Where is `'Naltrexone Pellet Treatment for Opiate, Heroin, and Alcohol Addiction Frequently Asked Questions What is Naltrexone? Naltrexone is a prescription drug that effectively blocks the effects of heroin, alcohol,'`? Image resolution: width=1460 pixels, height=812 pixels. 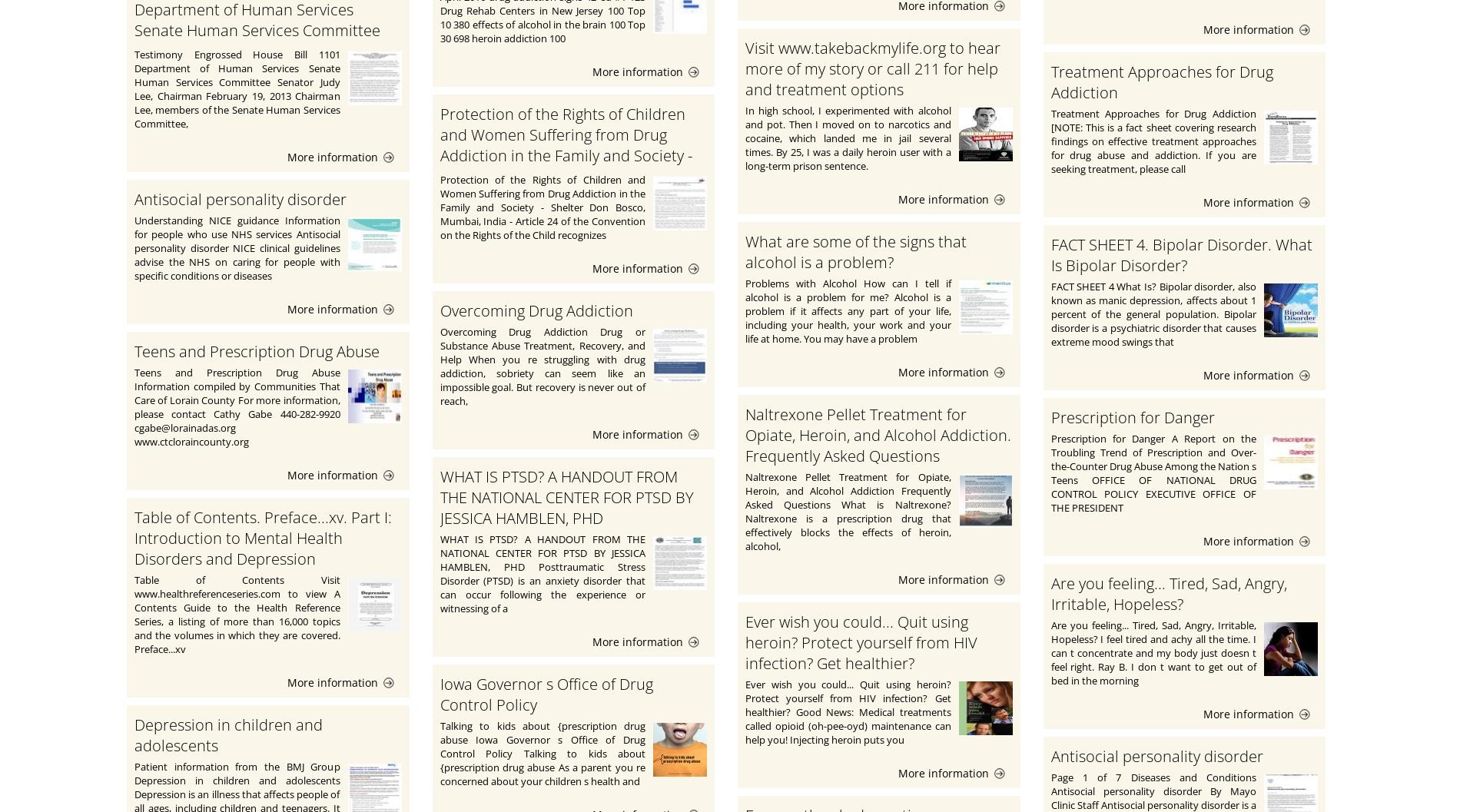 'Naltrexone Pellet Treatment for Opiate, Heroin, and Alcohol Addiction Frequently Asked Questions What is Naltrexone? Naltrexone is a prescription drug that effectively blocks the effects of heroin, alcohol,' is located at coordinates (848, 512).